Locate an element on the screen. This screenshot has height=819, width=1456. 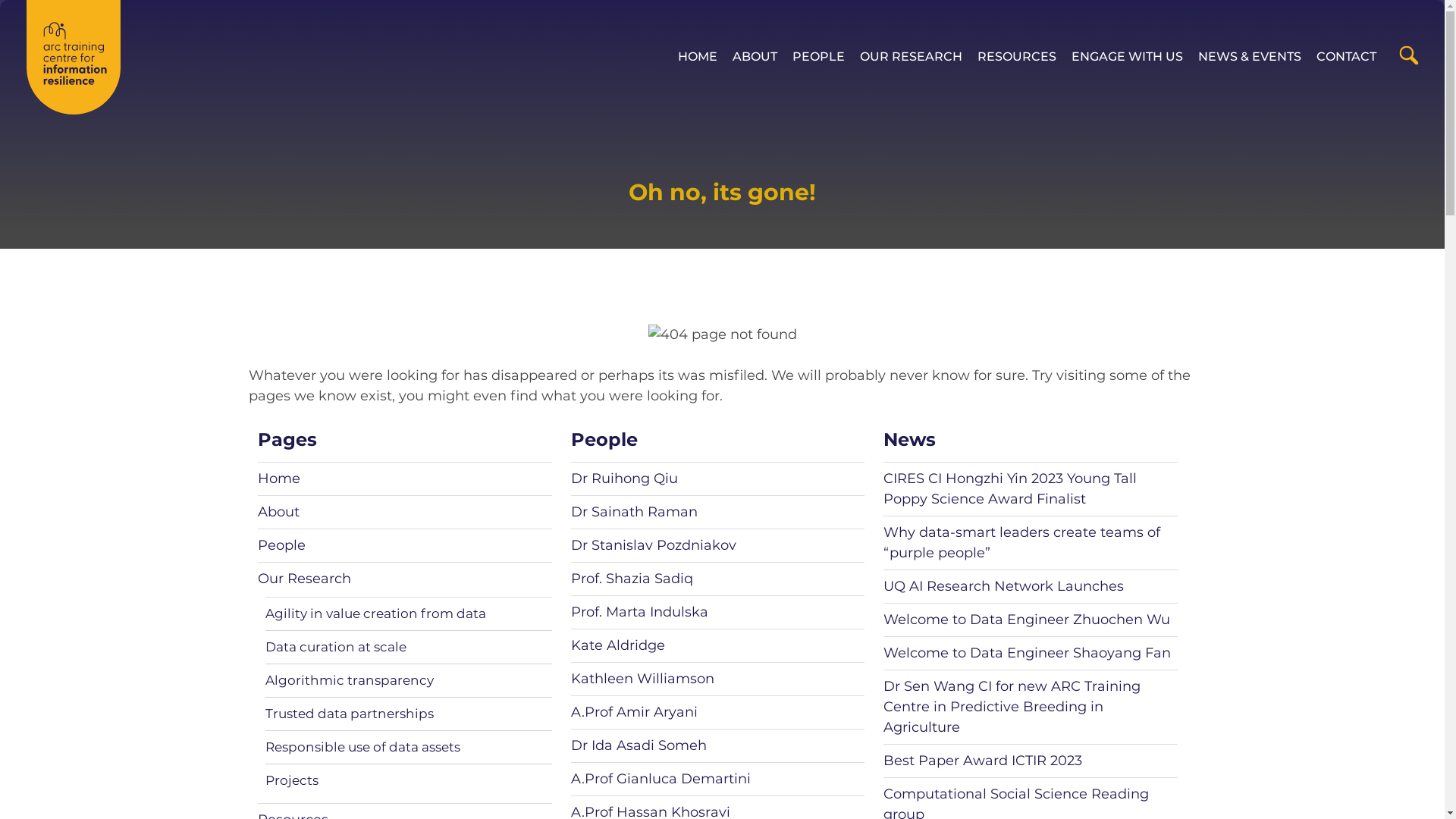
'RESOURCES' is located at coordinates (1016, 55).